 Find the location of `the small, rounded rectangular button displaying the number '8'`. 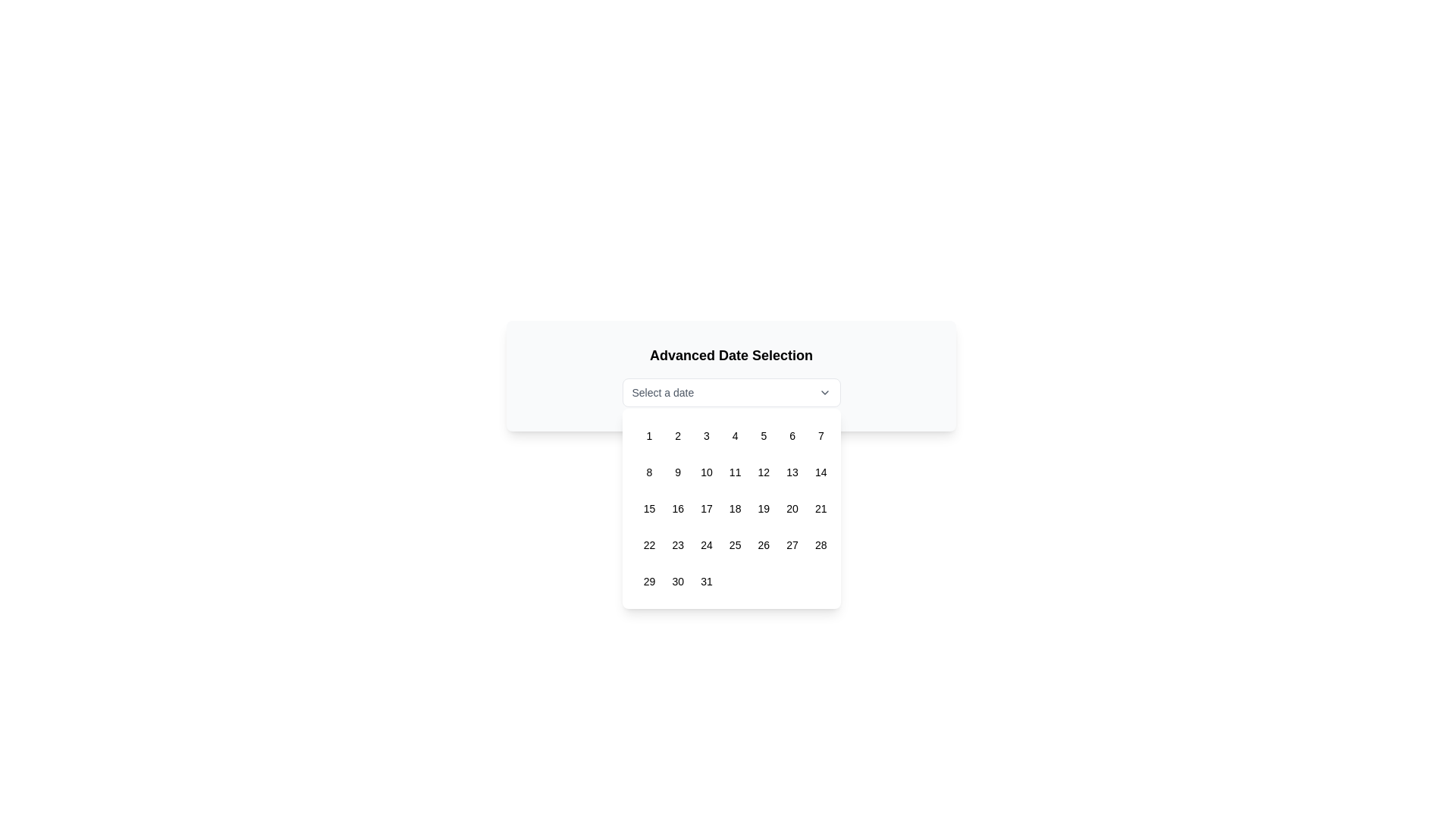

the small, rounded rectangular button displaying the number '8' is located at coordinates (649, 472).